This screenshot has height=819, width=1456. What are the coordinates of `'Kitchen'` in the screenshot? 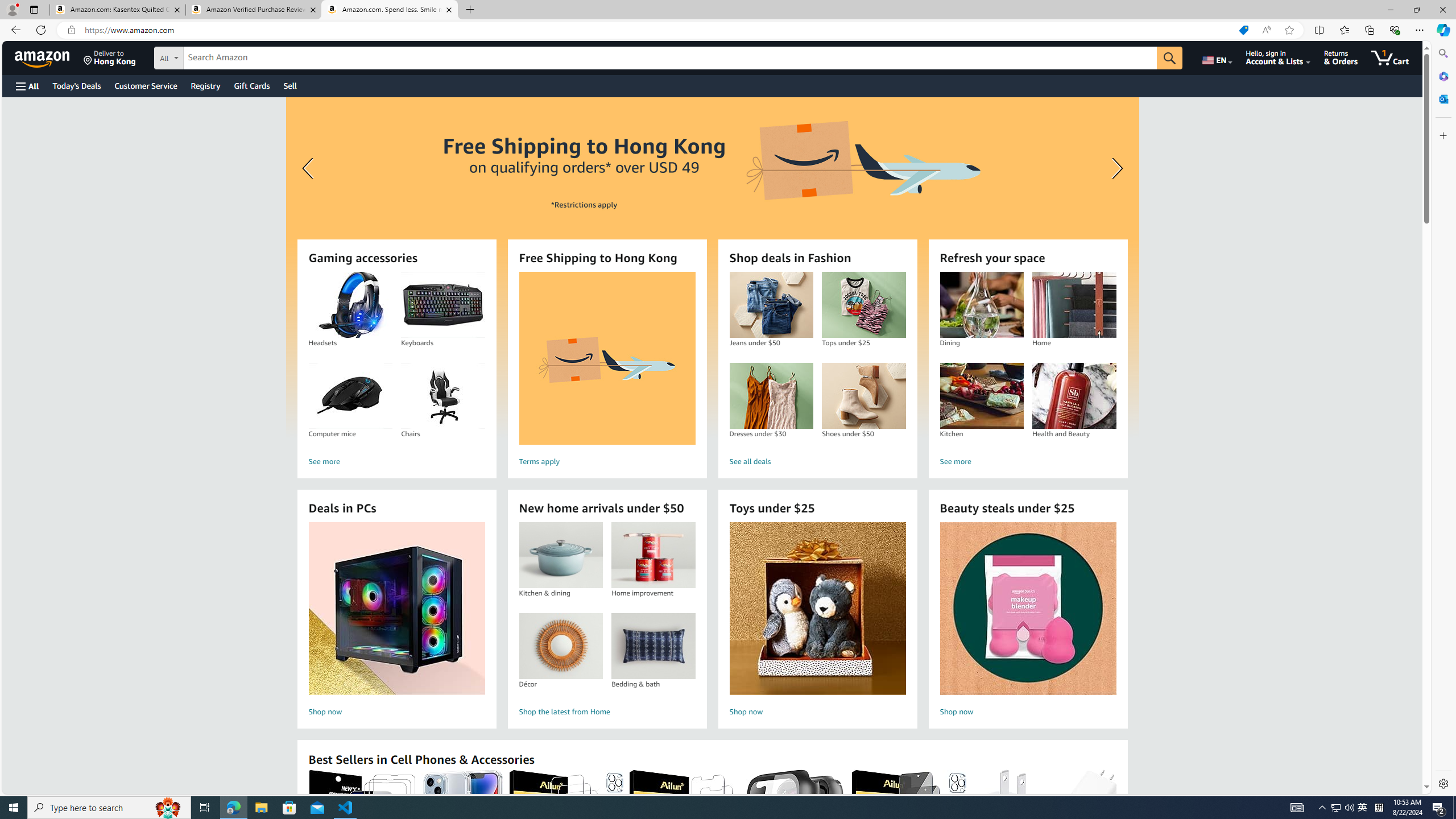 It's located at (981, 396).